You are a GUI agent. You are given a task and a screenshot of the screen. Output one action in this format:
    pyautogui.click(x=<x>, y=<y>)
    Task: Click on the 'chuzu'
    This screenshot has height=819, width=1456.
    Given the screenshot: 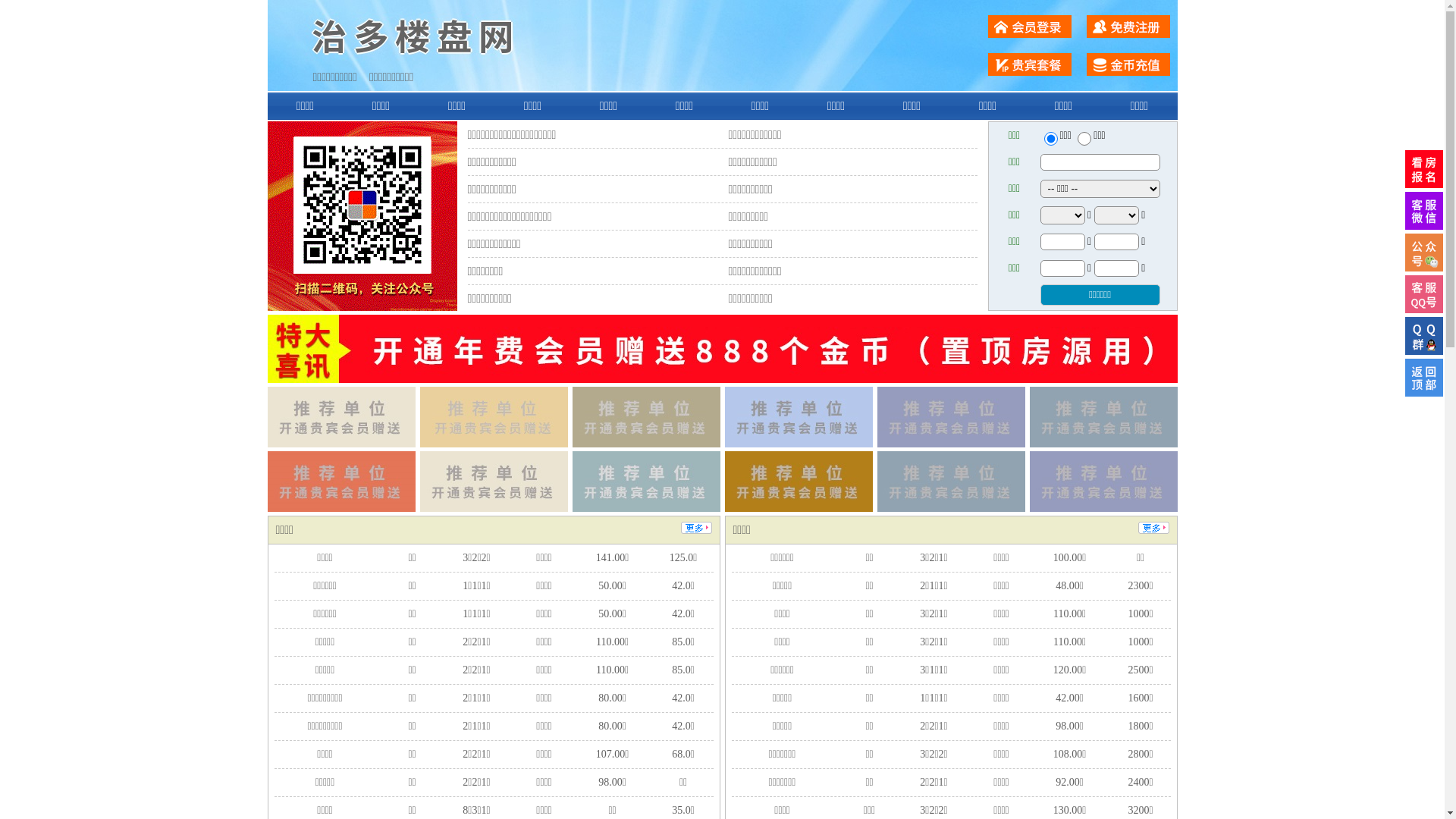 What is the action you would take?
    pyautogui.click(x=1076, y=138)
    